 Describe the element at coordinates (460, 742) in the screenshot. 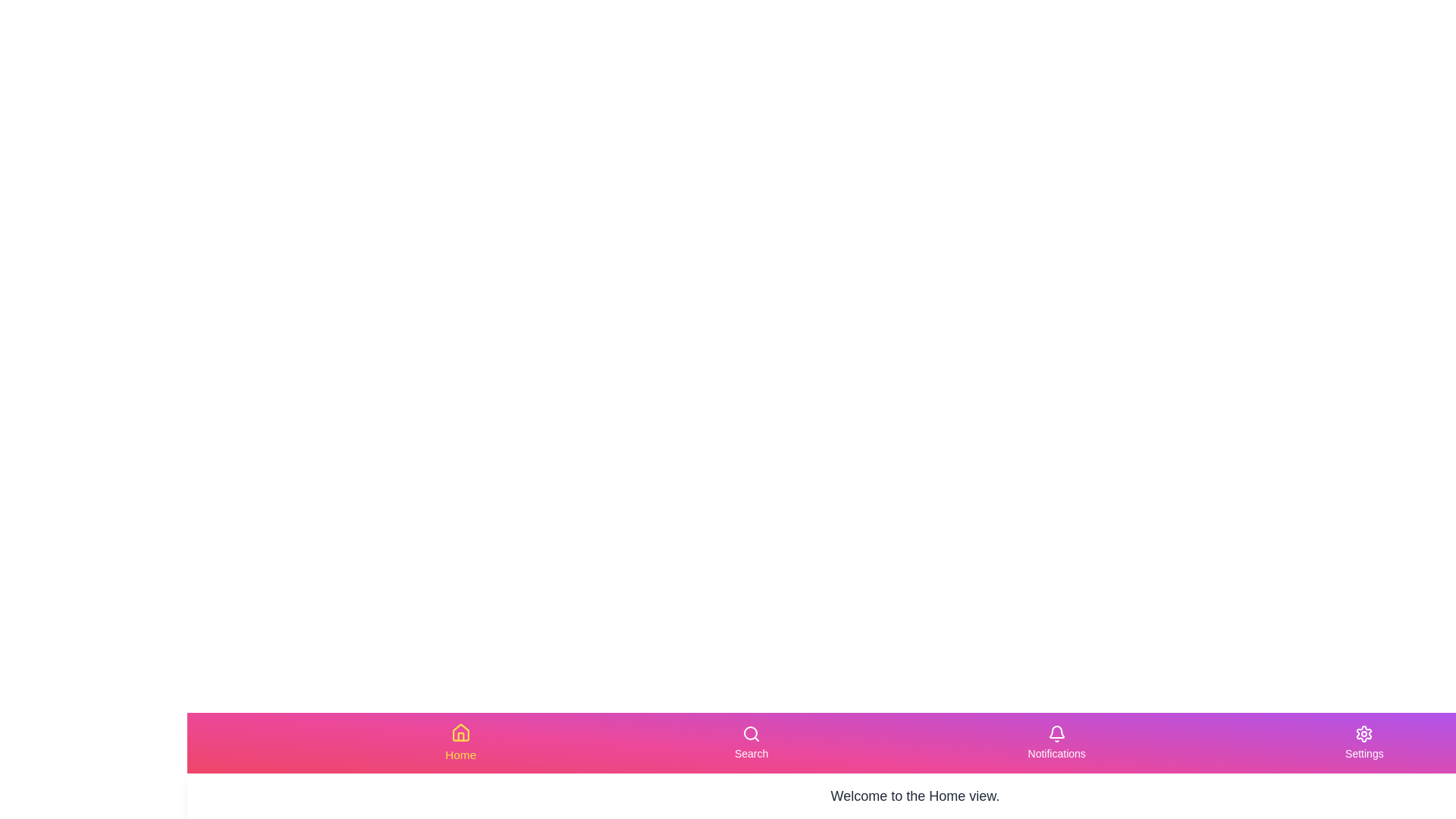

I see `the Home tab in the navigation bar` at that location.